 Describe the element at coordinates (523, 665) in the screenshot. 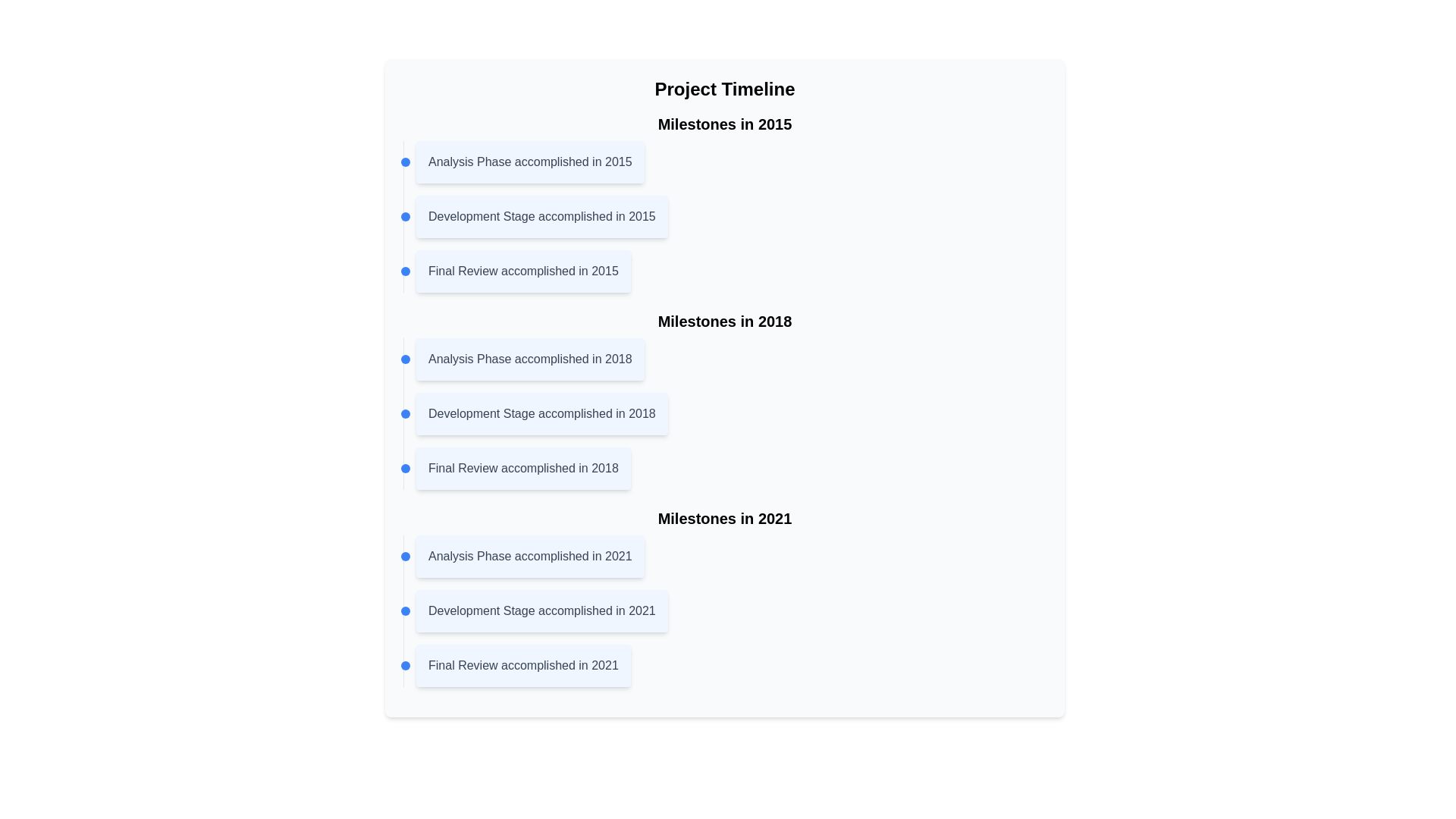

I see `the static text display component indicating the completion of the Final Review milestone for the year 2021 in the project timeline, which is the third entry under the 'Milestones in 2021' section` at that location.